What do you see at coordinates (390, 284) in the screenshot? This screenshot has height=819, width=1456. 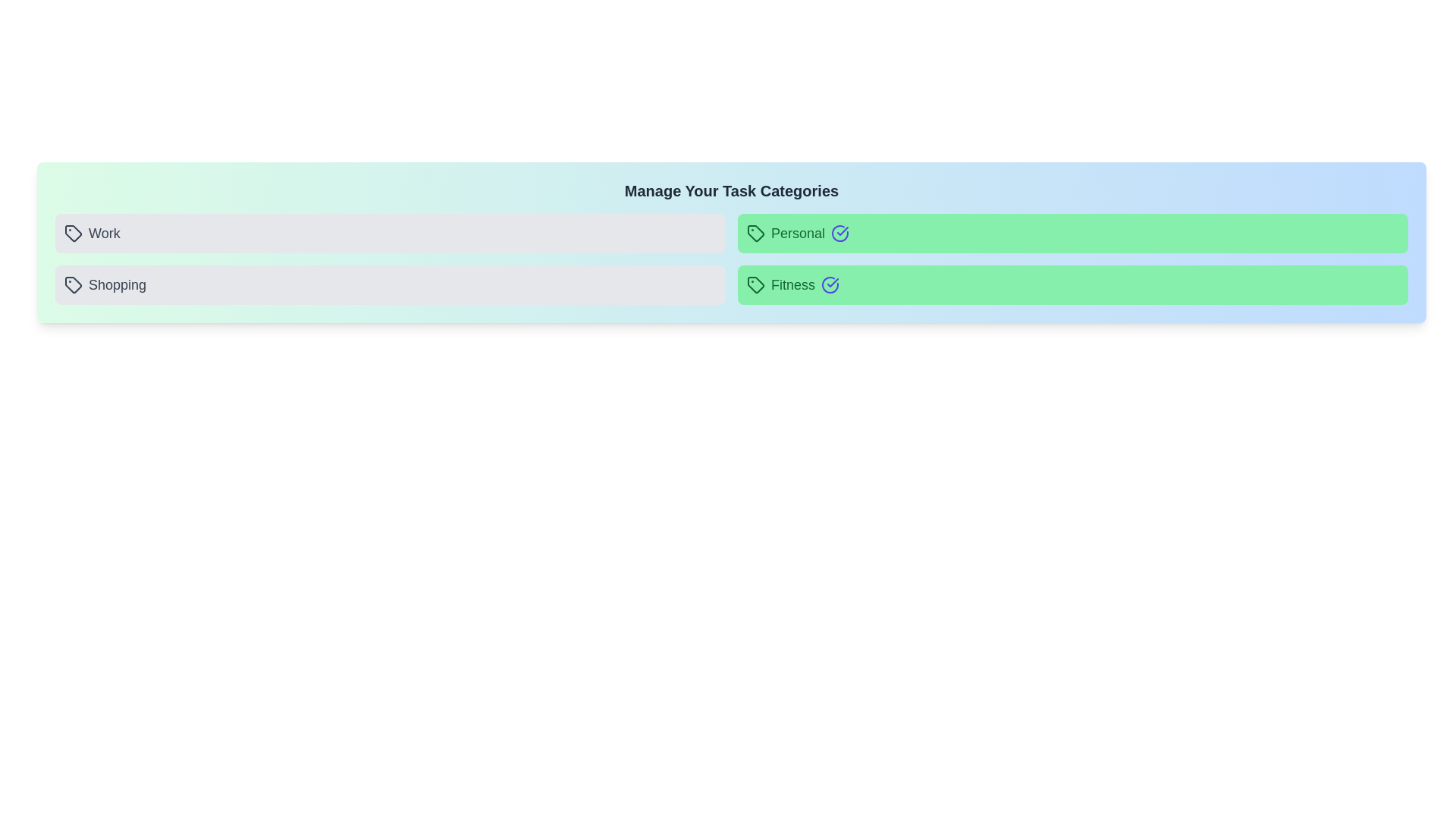 I see `the button representing the category Shopping` at bounding box center [390, 284].